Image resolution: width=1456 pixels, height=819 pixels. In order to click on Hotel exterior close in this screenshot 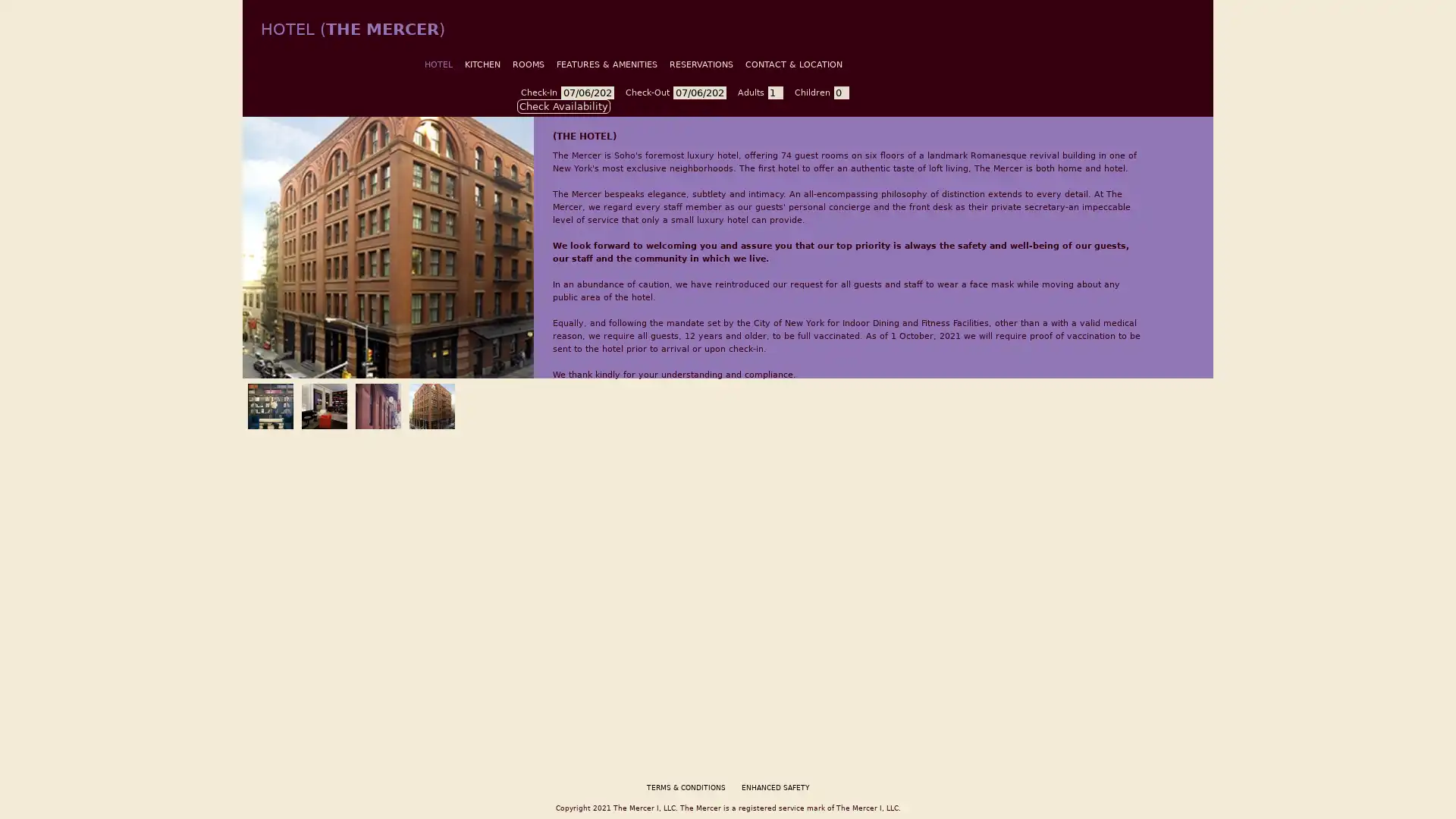, I will do `click(375, 403)`.